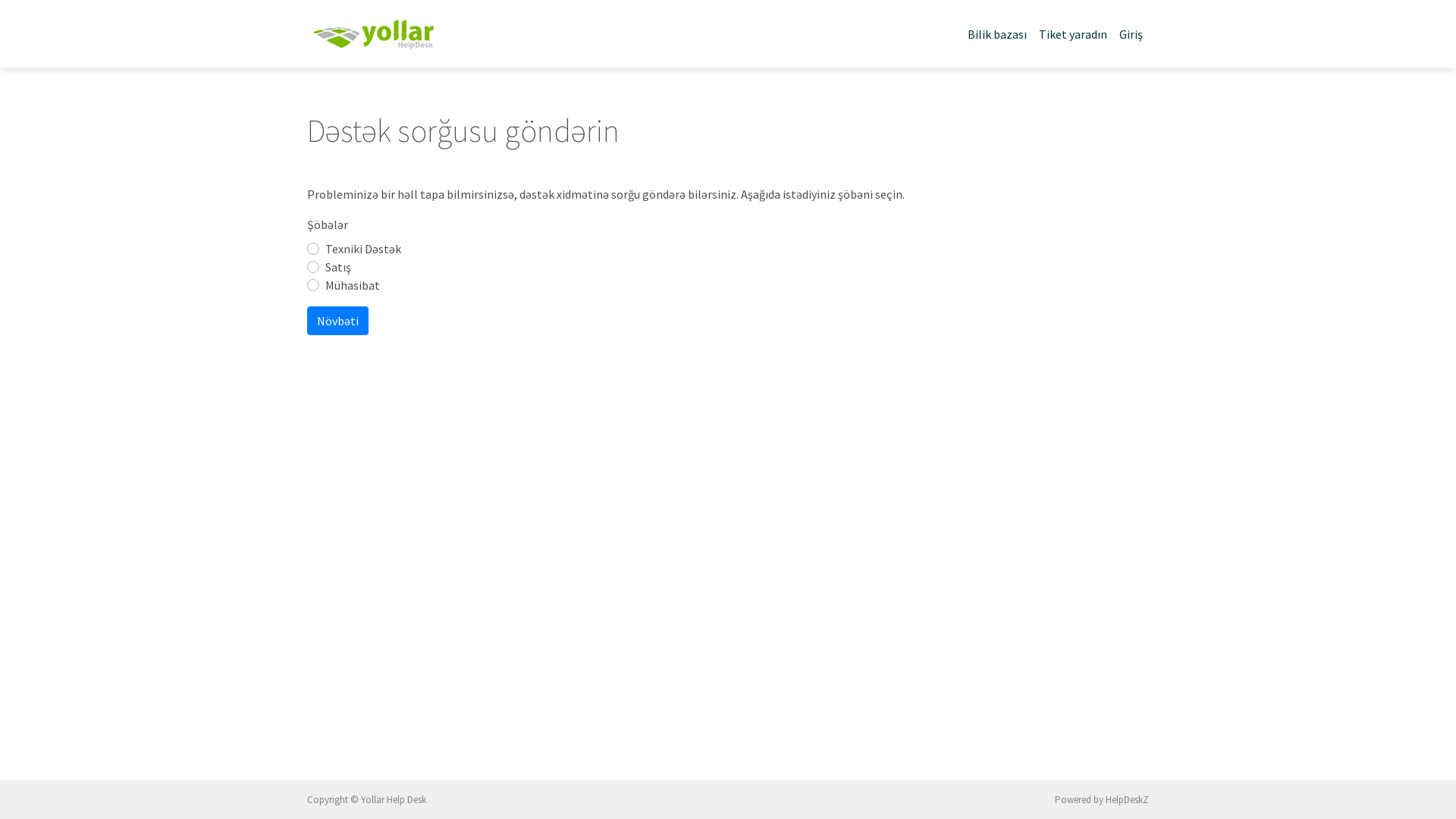  What do you see at coordinates (1106, 799) in the screenshot?
I see `'HelpDeskZ'` at bounding box center [1106, 799].